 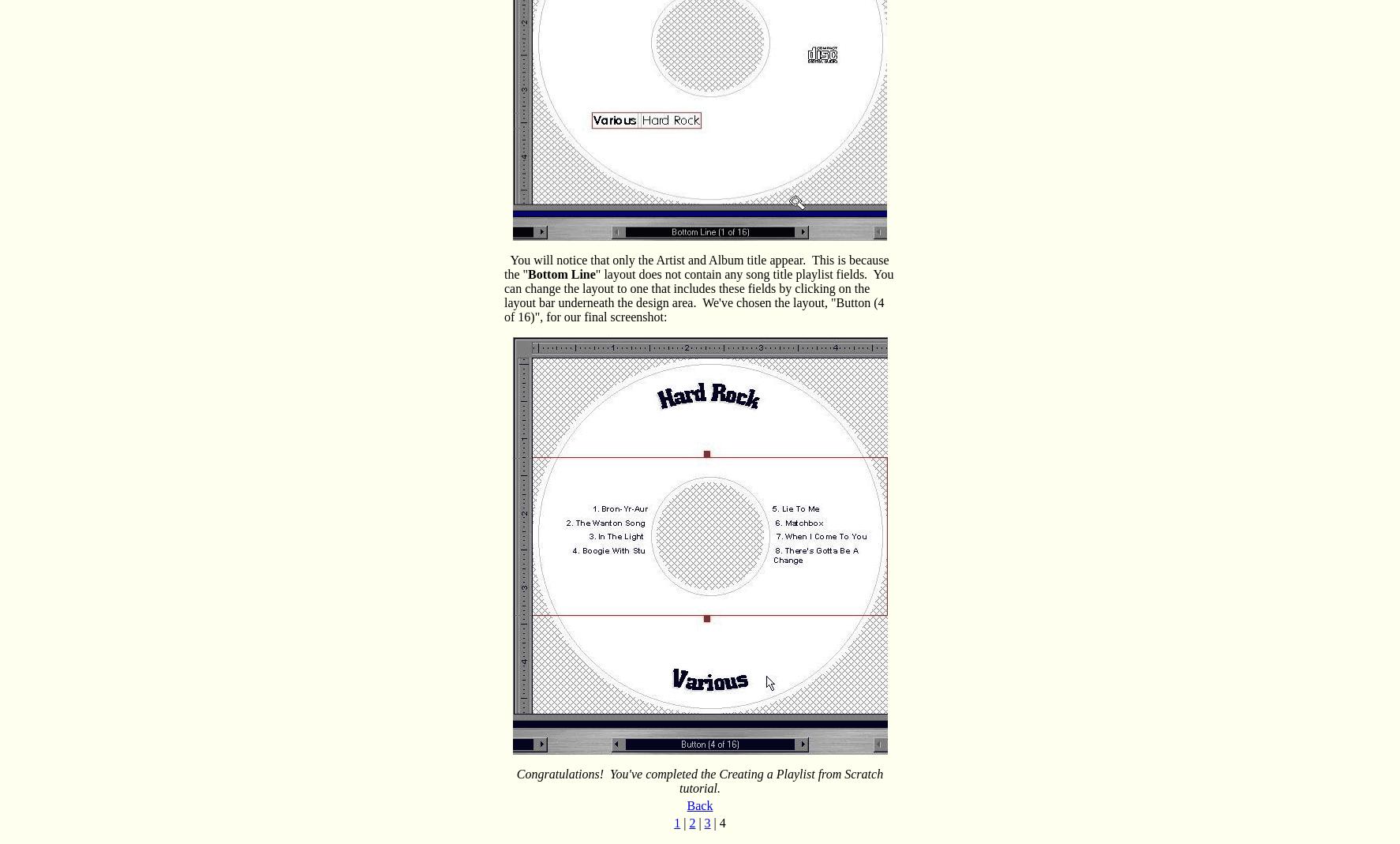 What do you see at coordinates (699, 781) in the screenshot?
I see `'Congratulations!  You've completed the Creating a Playlist 
         from Scratch tutorial.'` at bounding box center [699, 781].